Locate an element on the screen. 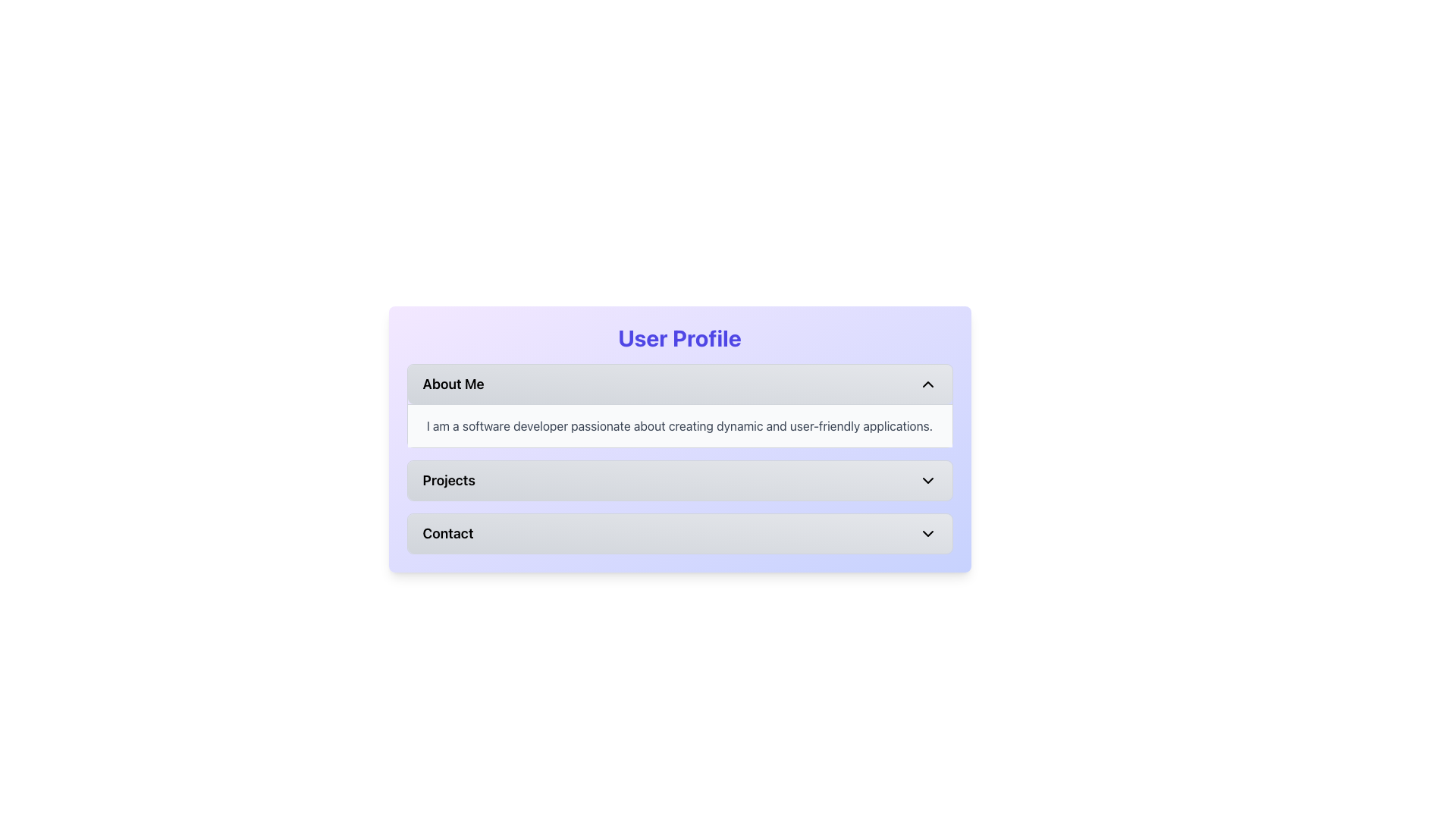 The height and width of the screenshot is (819, 1456). the 'Contact' button, which is a rectangular button with rounded corners and a light gray gradient background, located below the 'About Me' and 'Projects' buttons is located at coordinates (679, 533).